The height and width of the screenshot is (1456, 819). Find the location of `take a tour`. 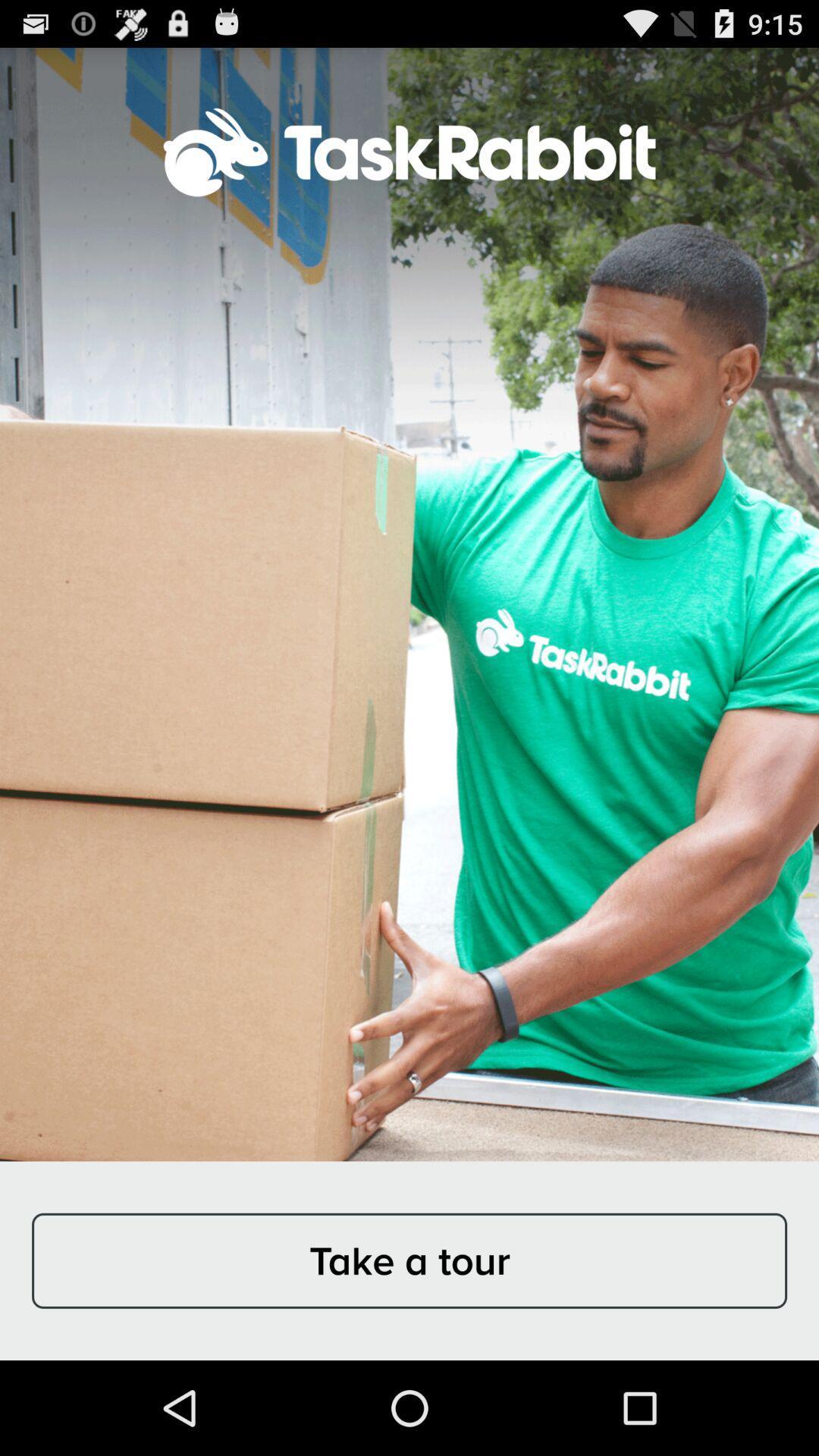

take a tour is located at coordinates (409, 1260).